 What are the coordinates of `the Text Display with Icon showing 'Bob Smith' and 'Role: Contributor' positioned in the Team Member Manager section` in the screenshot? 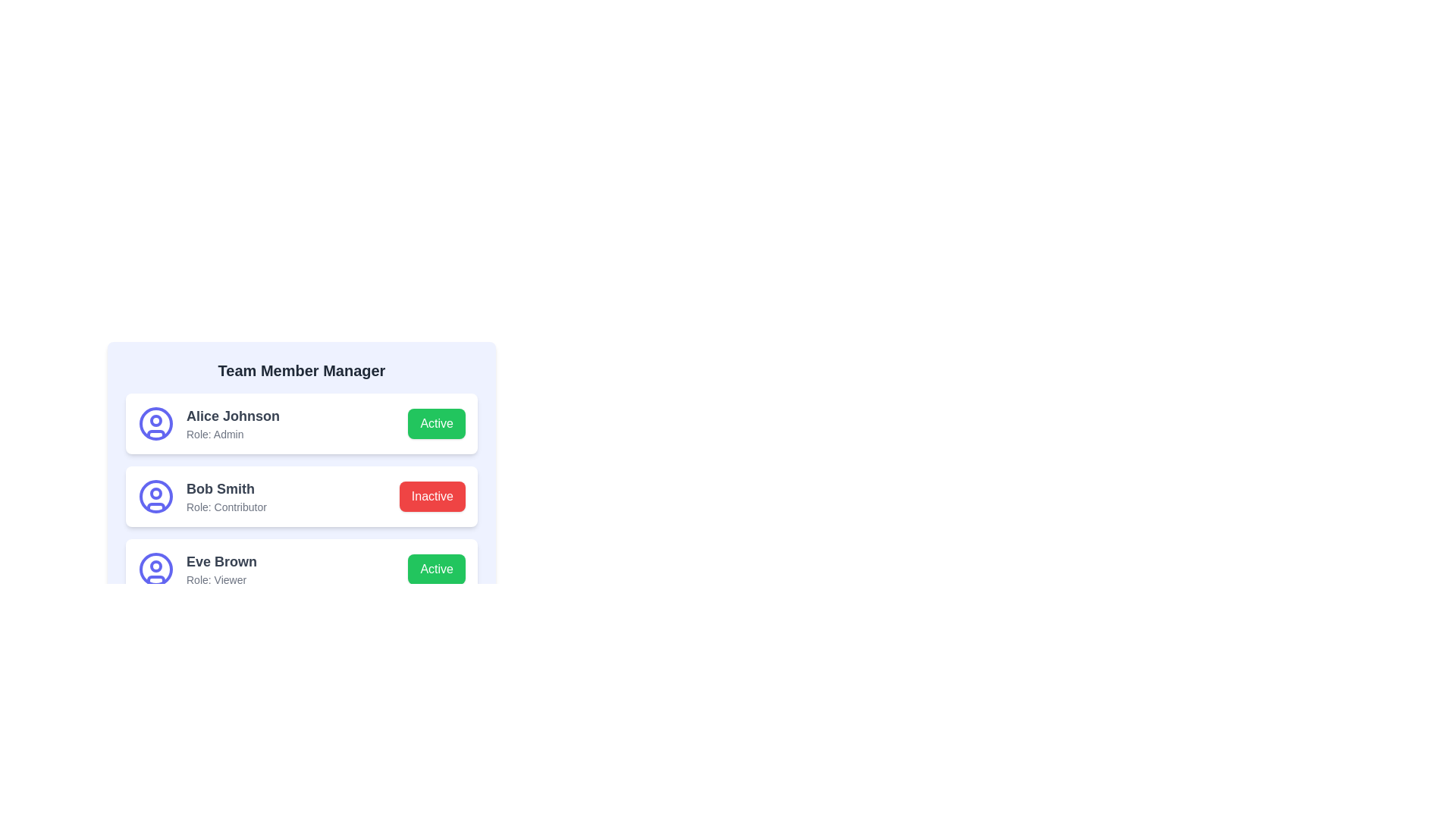 It's located at (201, 497).